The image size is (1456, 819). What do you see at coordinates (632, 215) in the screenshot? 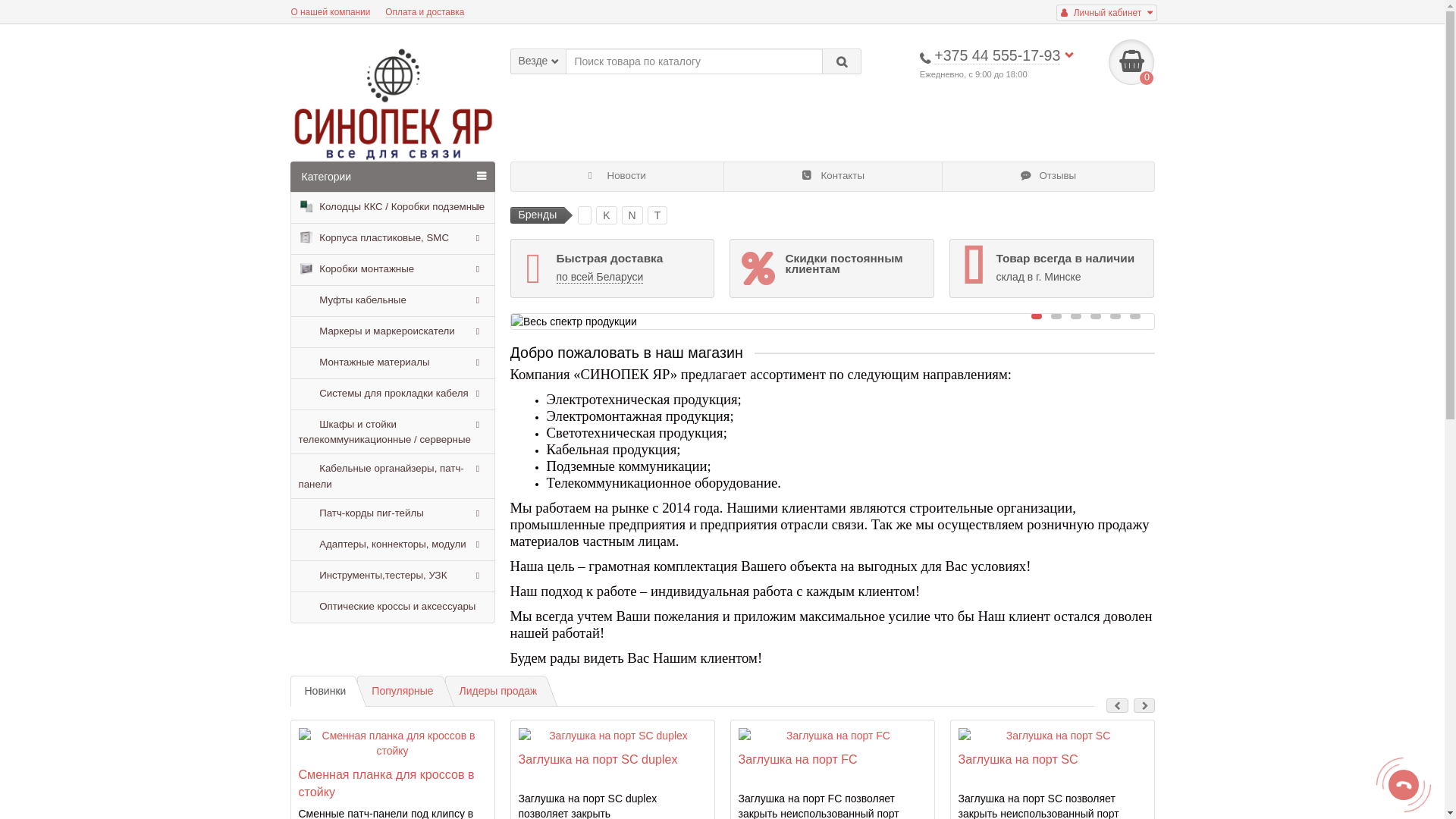
I see `'N'` at bounding box center [632, 215].